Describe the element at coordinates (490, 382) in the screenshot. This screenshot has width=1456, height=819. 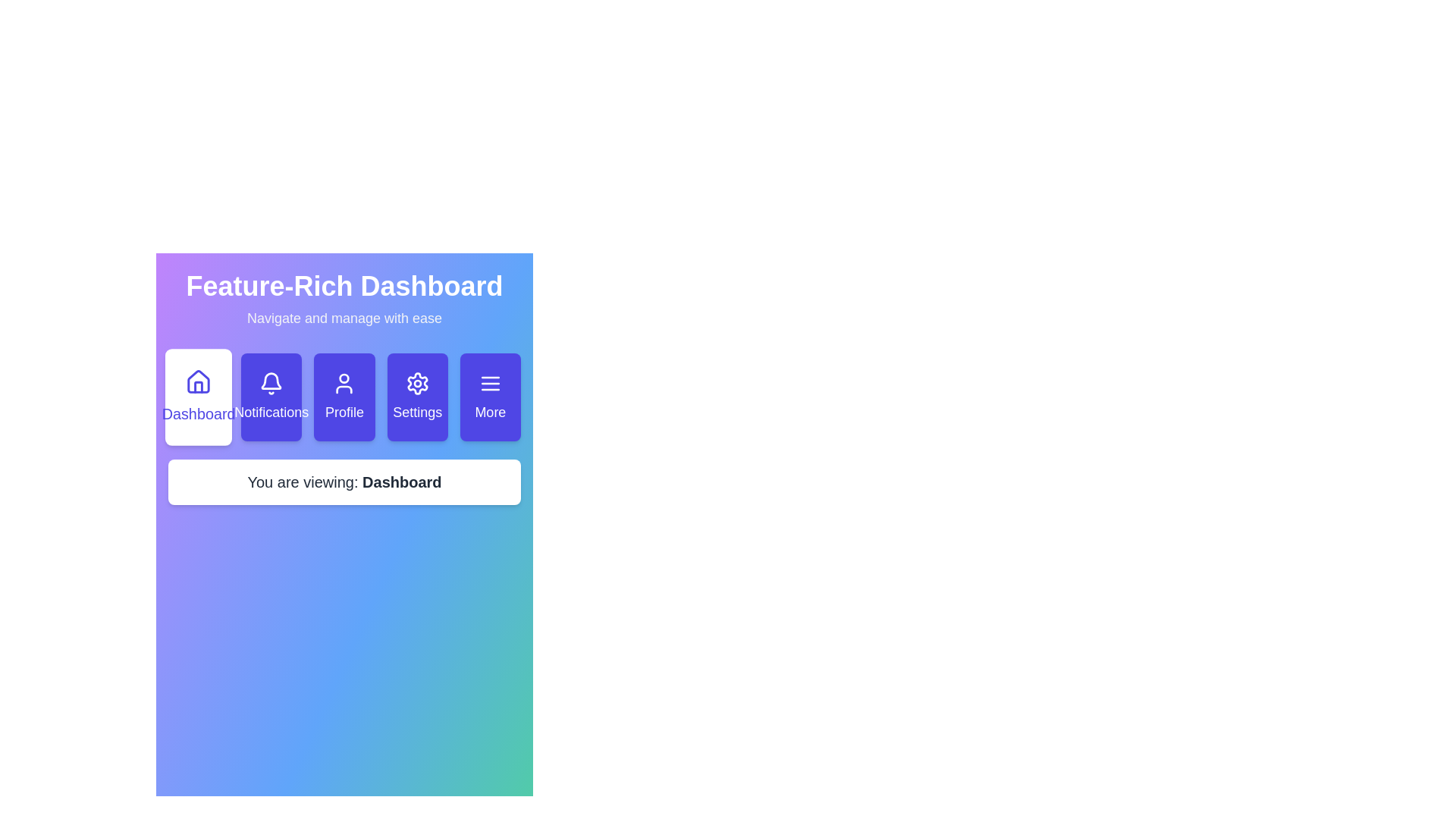
I see `the 'More' button which contains a hamburger menu icon, styled in white on a purple circular background, located at the center of the button` at that location.